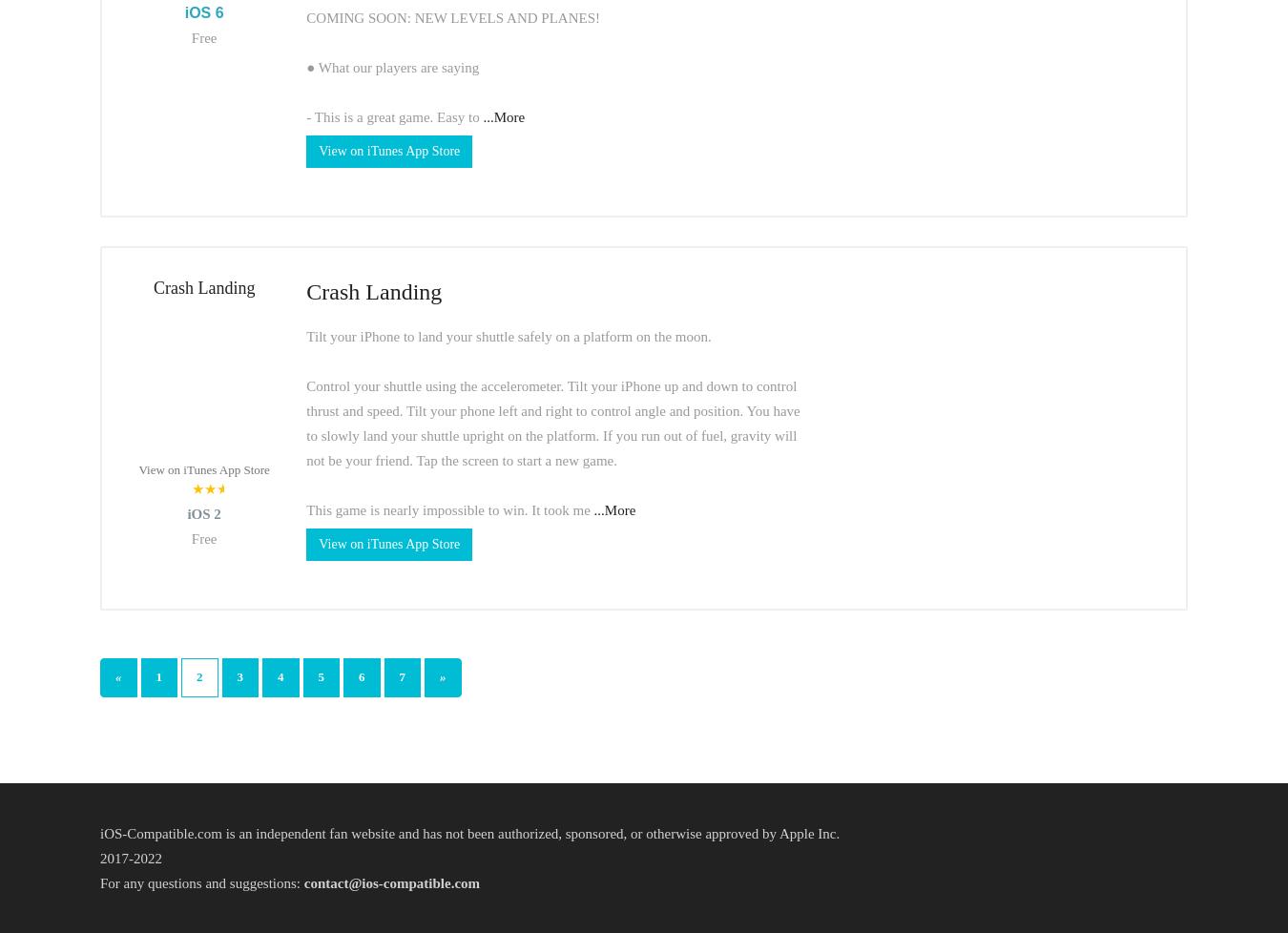 The image size is (1288, 933). What do you see at coordinates (197, 676) in the screenshot?
I see `'2'` at bounding box center [197, 676].